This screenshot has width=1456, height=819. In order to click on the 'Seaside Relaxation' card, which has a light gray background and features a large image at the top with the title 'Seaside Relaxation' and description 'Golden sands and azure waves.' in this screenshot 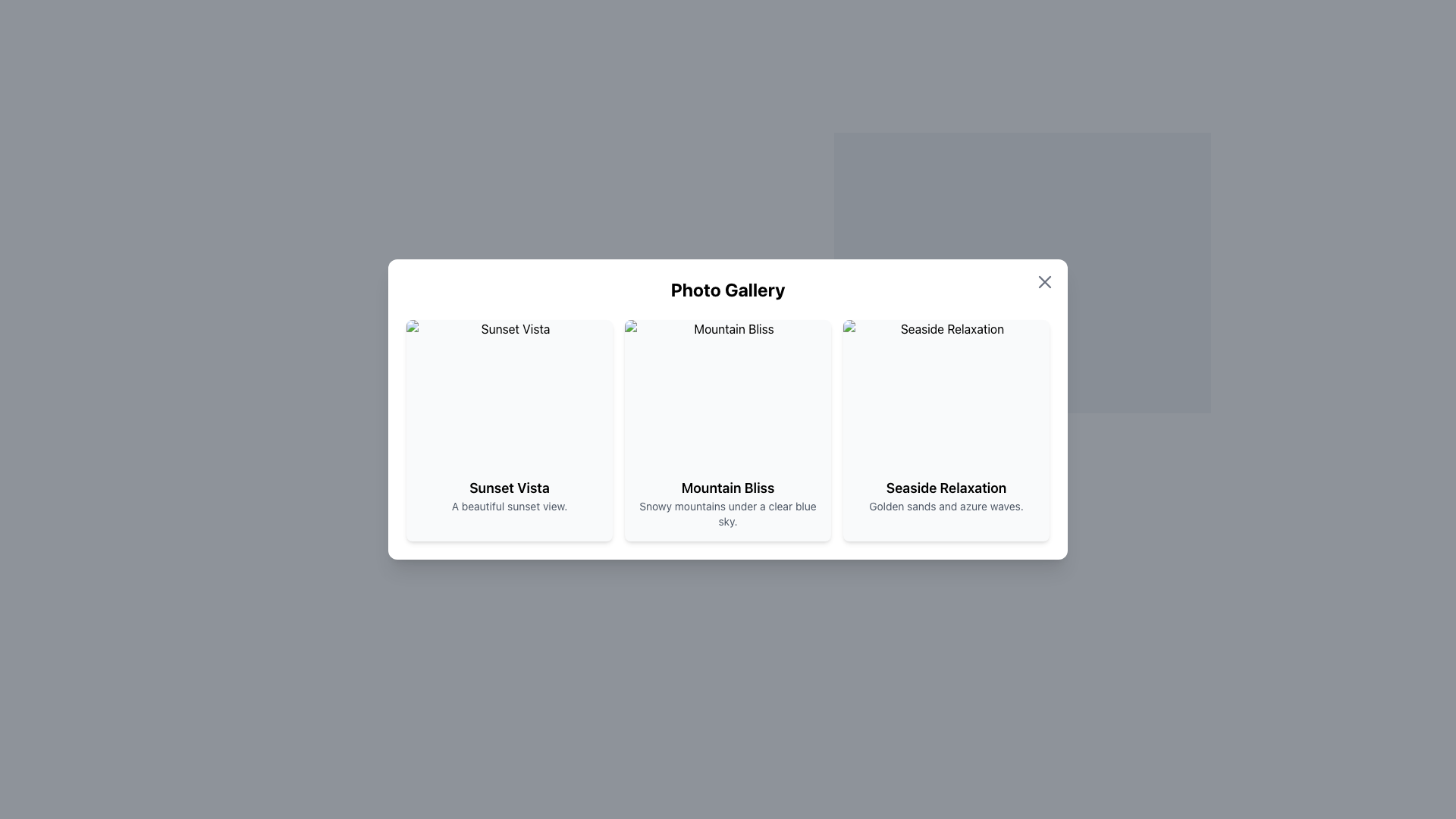, I will do `click(946, 430)`.